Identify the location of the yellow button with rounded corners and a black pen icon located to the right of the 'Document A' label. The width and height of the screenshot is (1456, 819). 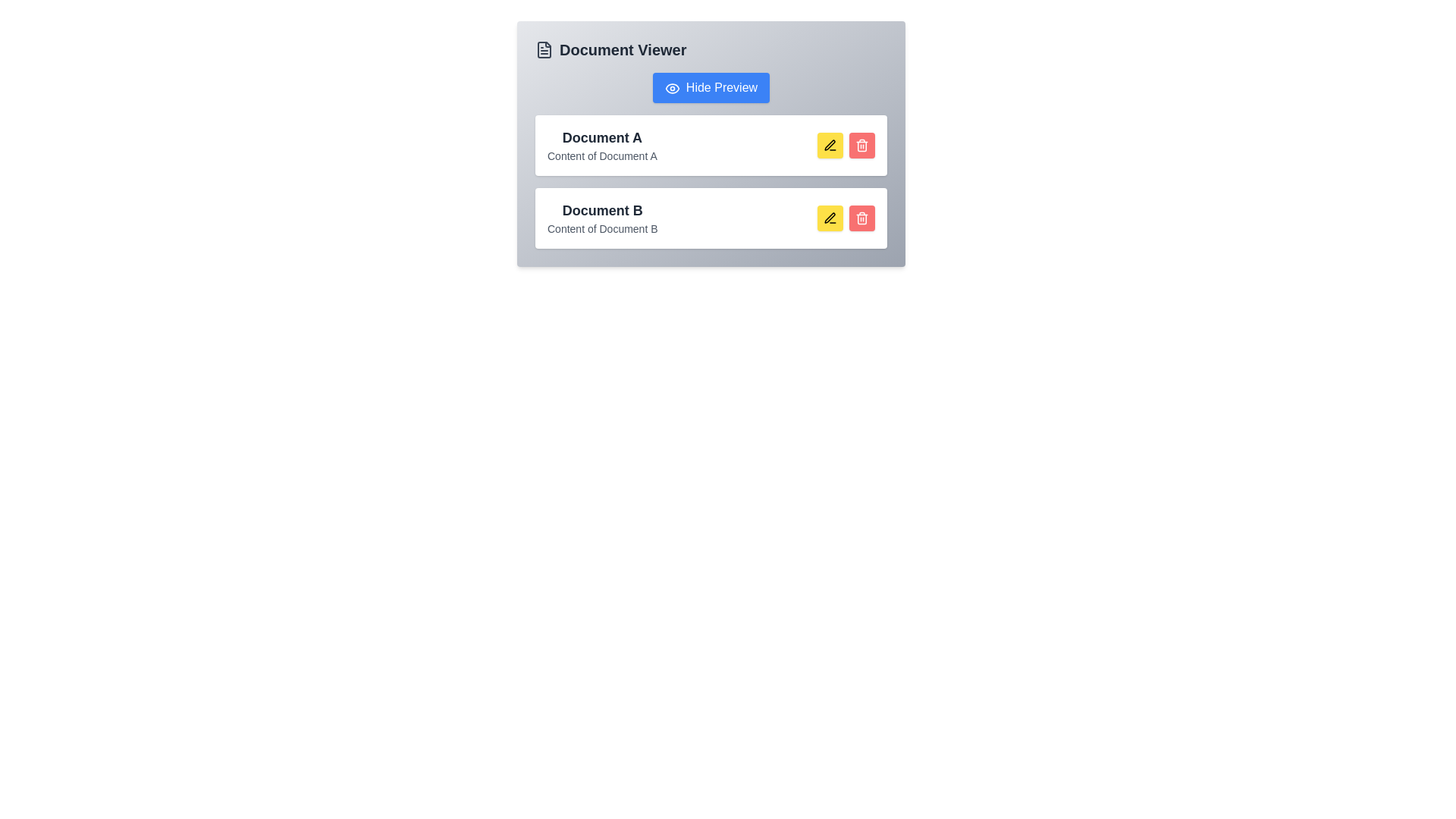
(829, 146).